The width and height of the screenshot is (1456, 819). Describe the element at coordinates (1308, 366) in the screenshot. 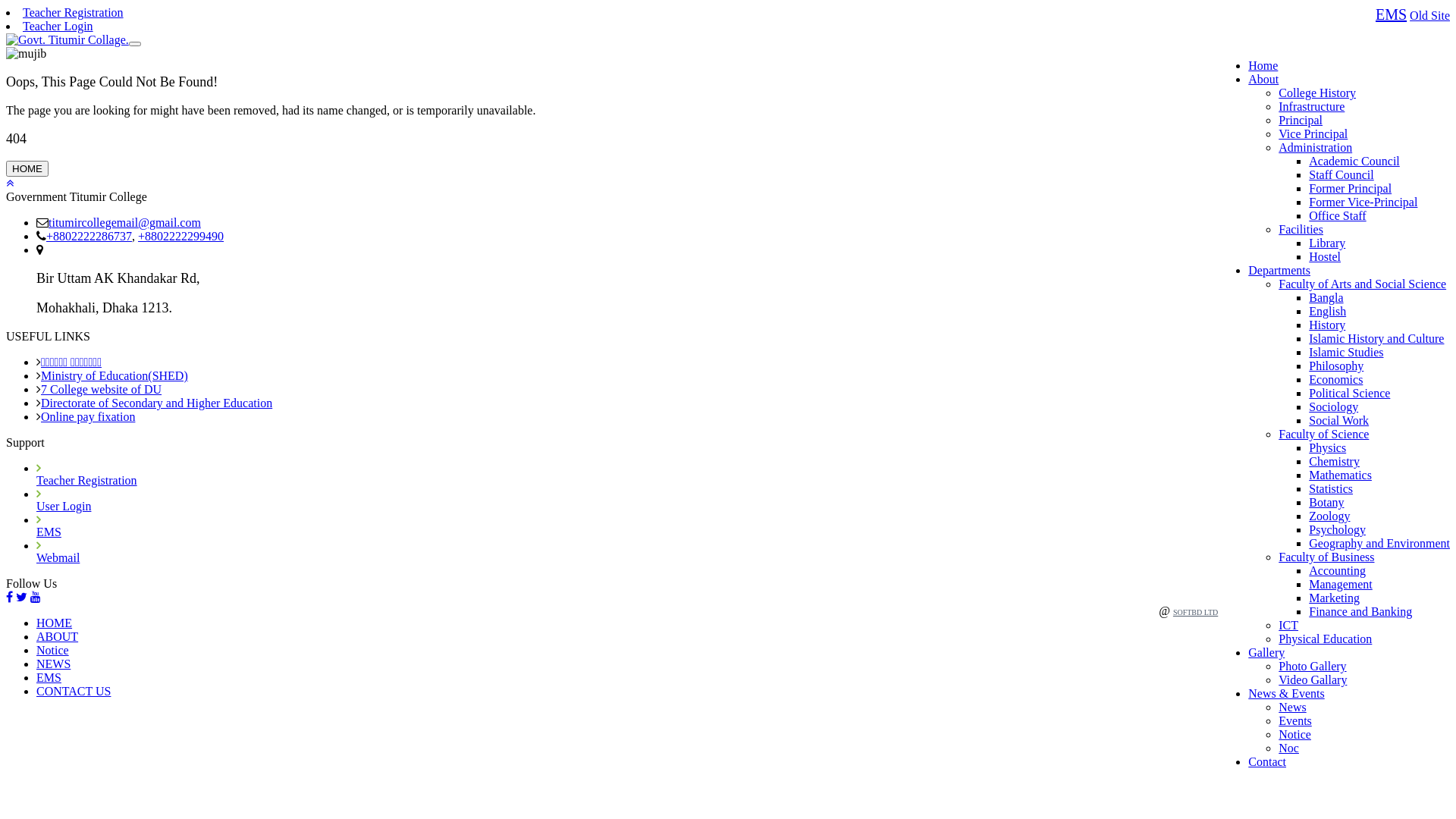

I see `'Philosophy'` at that location.